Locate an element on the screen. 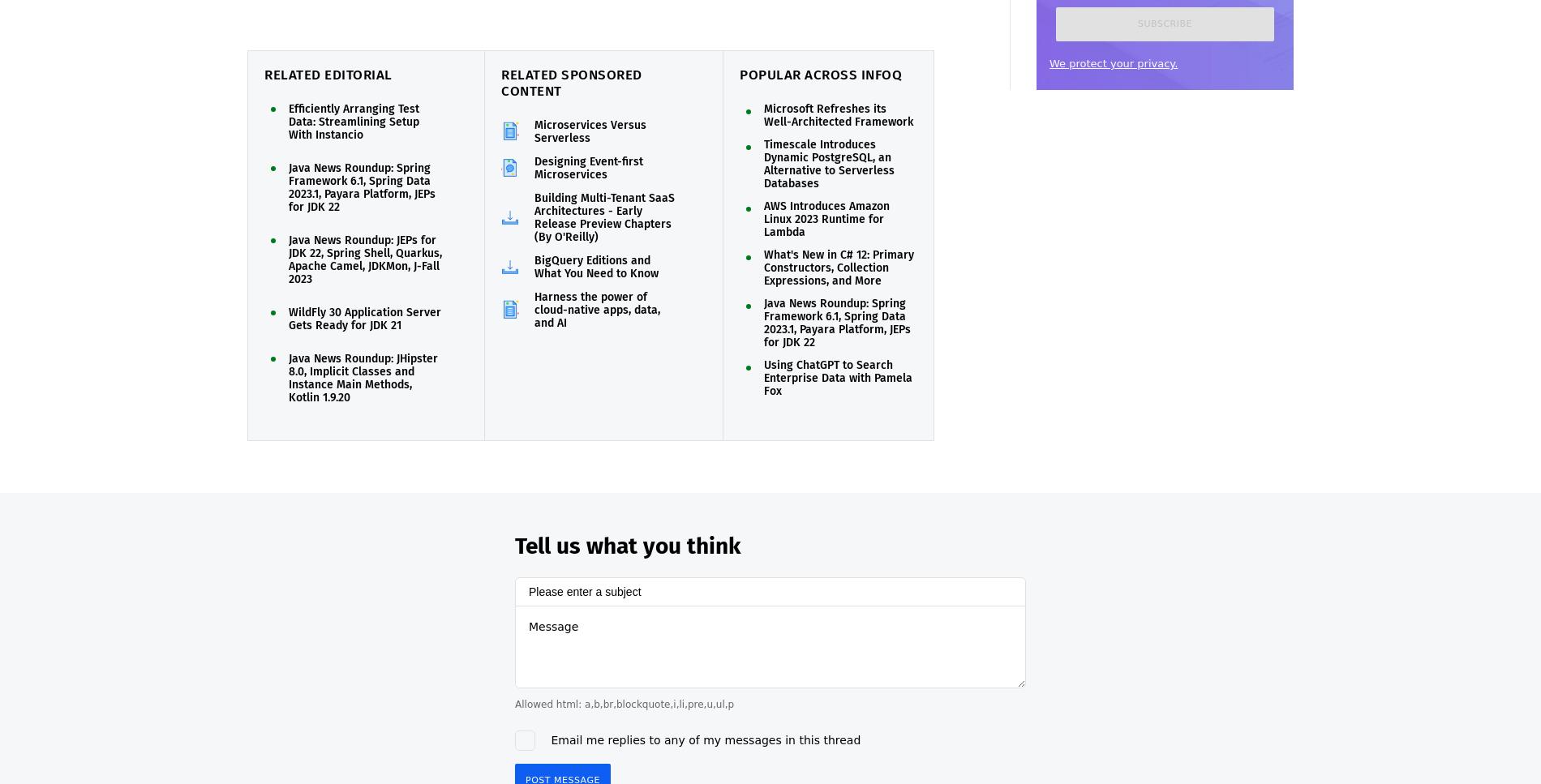  'Microservices Versus Serverless' is located at coordinates (590, 131).